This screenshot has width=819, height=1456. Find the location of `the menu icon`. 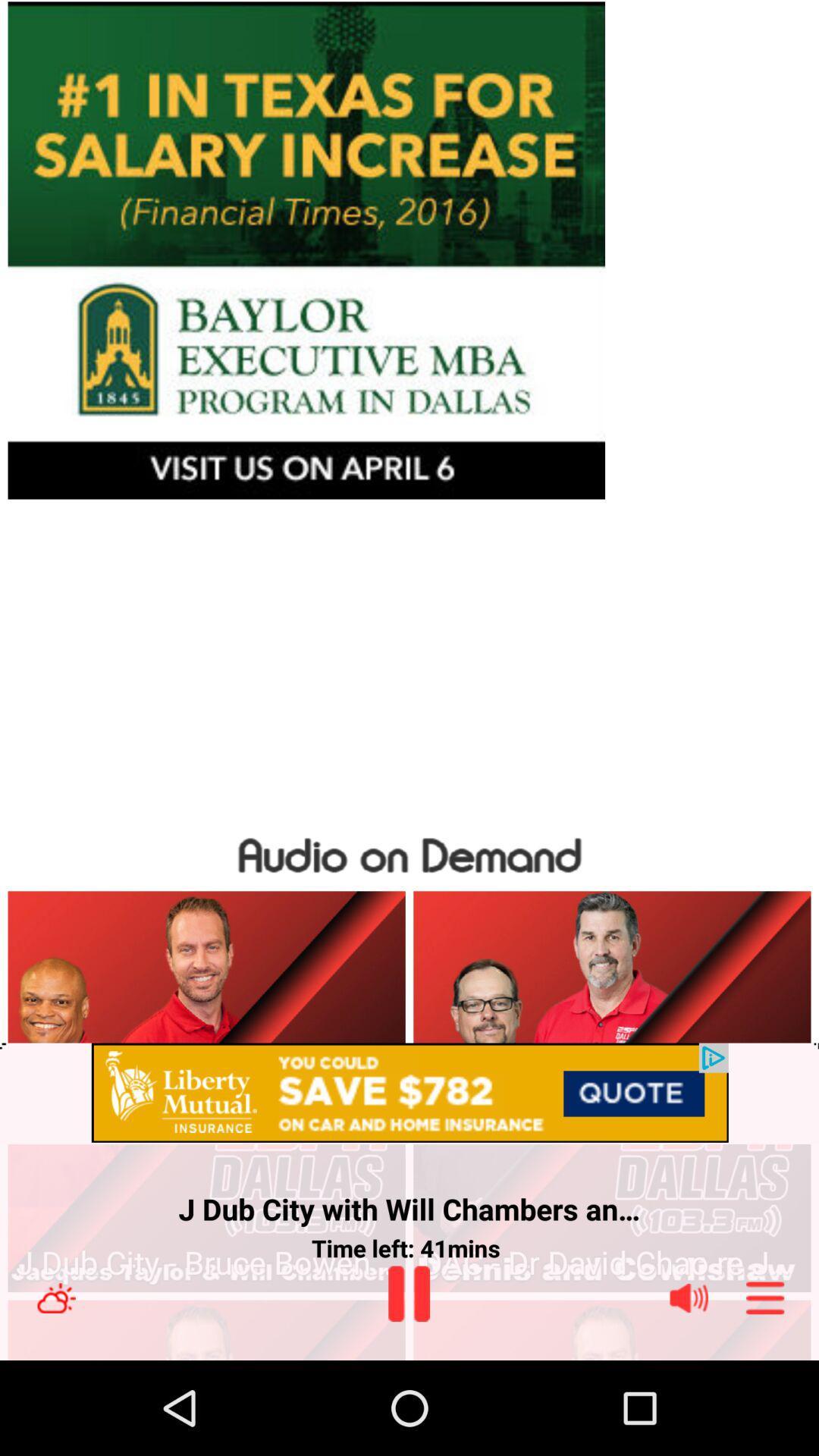

the menu icon is located at coordinates (765, 1389).